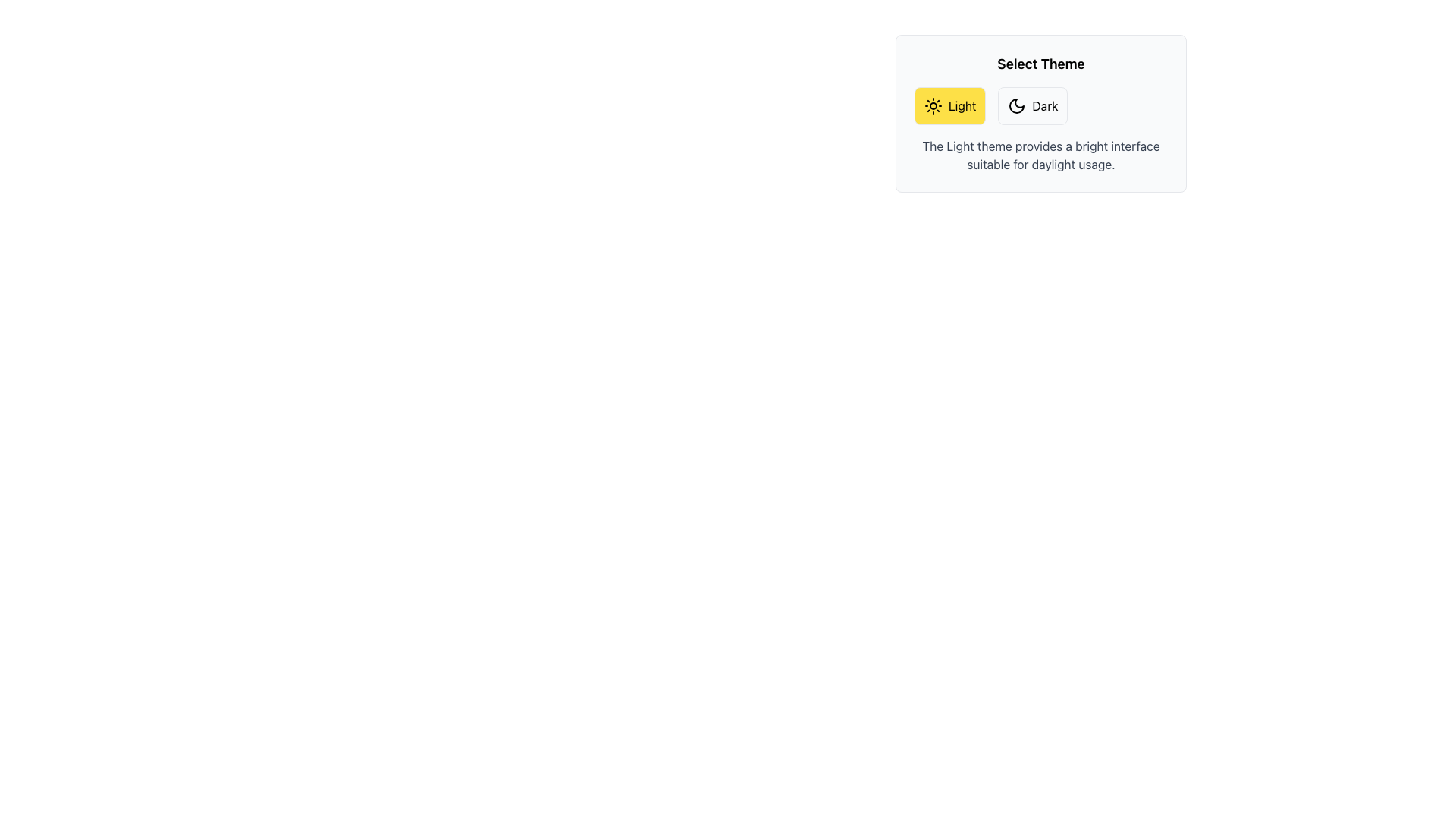 This screenshot has height=819, width=1456. I want to click on the 'Dark' theme button in the 'Select Theme' section, so click(1040, 113).